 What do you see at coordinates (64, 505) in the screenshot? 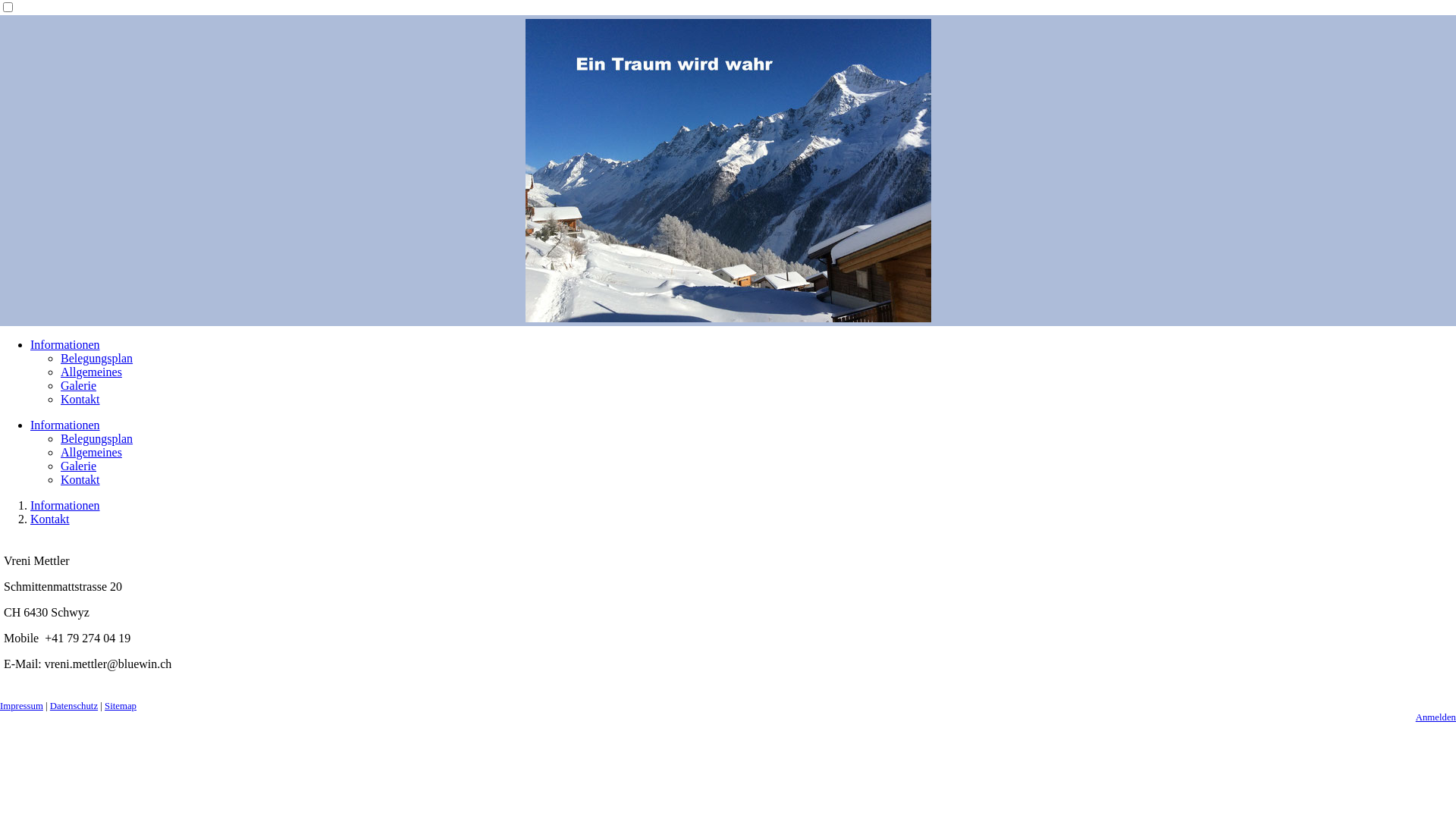
I see `'Informationen'` at bounding box center [64, 505].